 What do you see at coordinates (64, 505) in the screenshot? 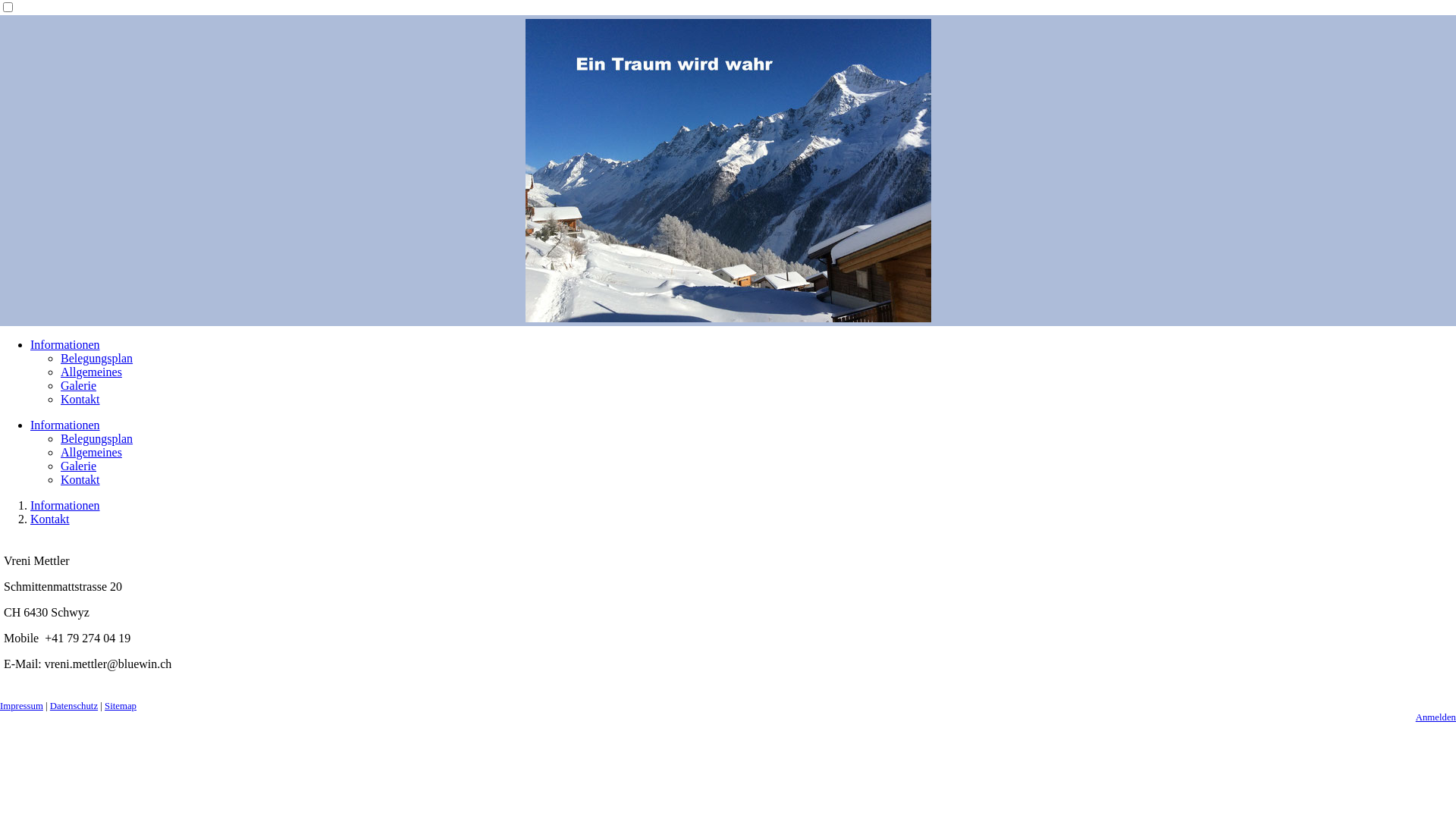
I see `'Informationen'` at bounding box center [64, 505].